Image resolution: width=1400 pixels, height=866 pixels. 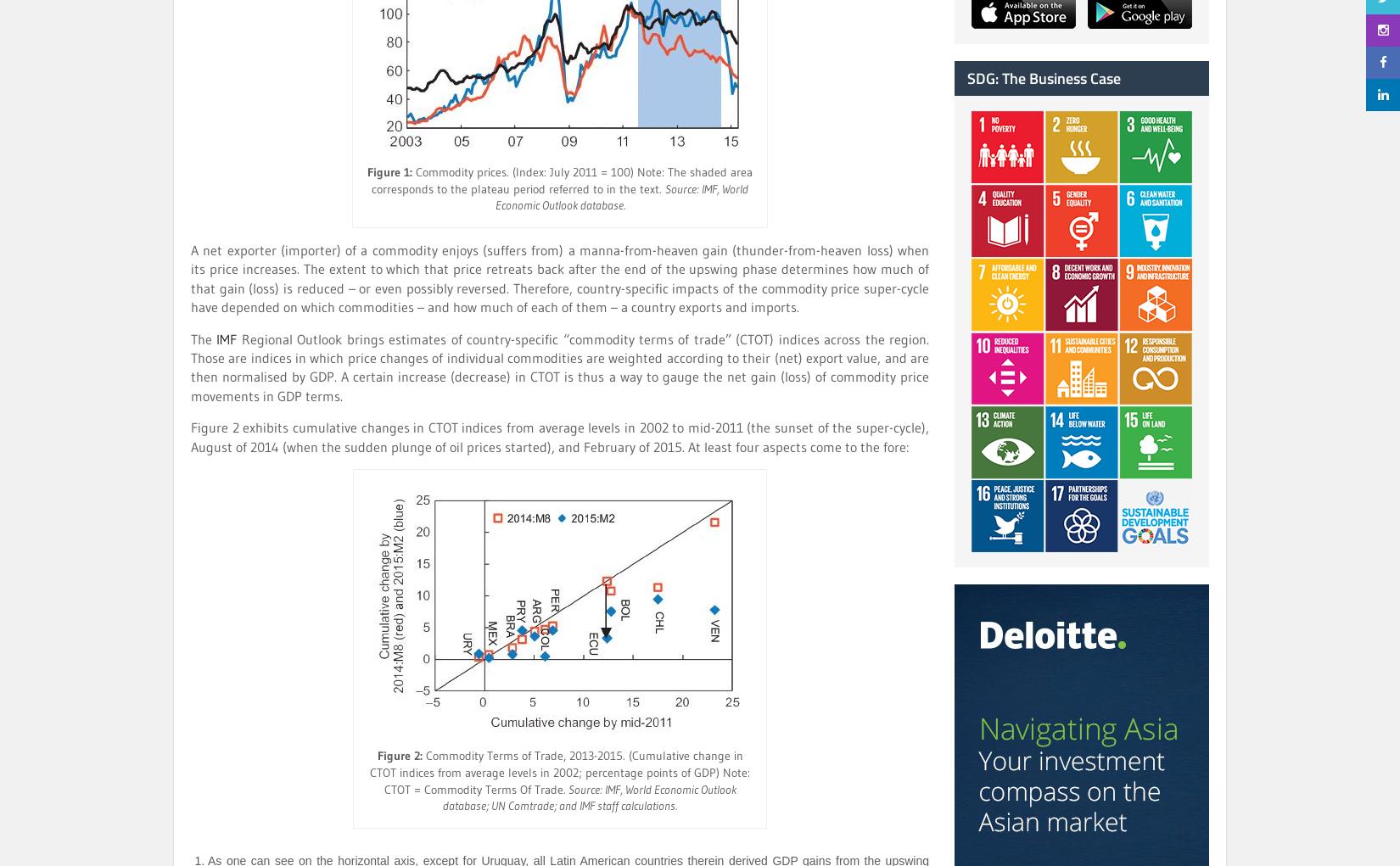 What do you see at coordinates (226, 338) in the screenshot?
I see `'IMF'` at bounding box center [226, 338].